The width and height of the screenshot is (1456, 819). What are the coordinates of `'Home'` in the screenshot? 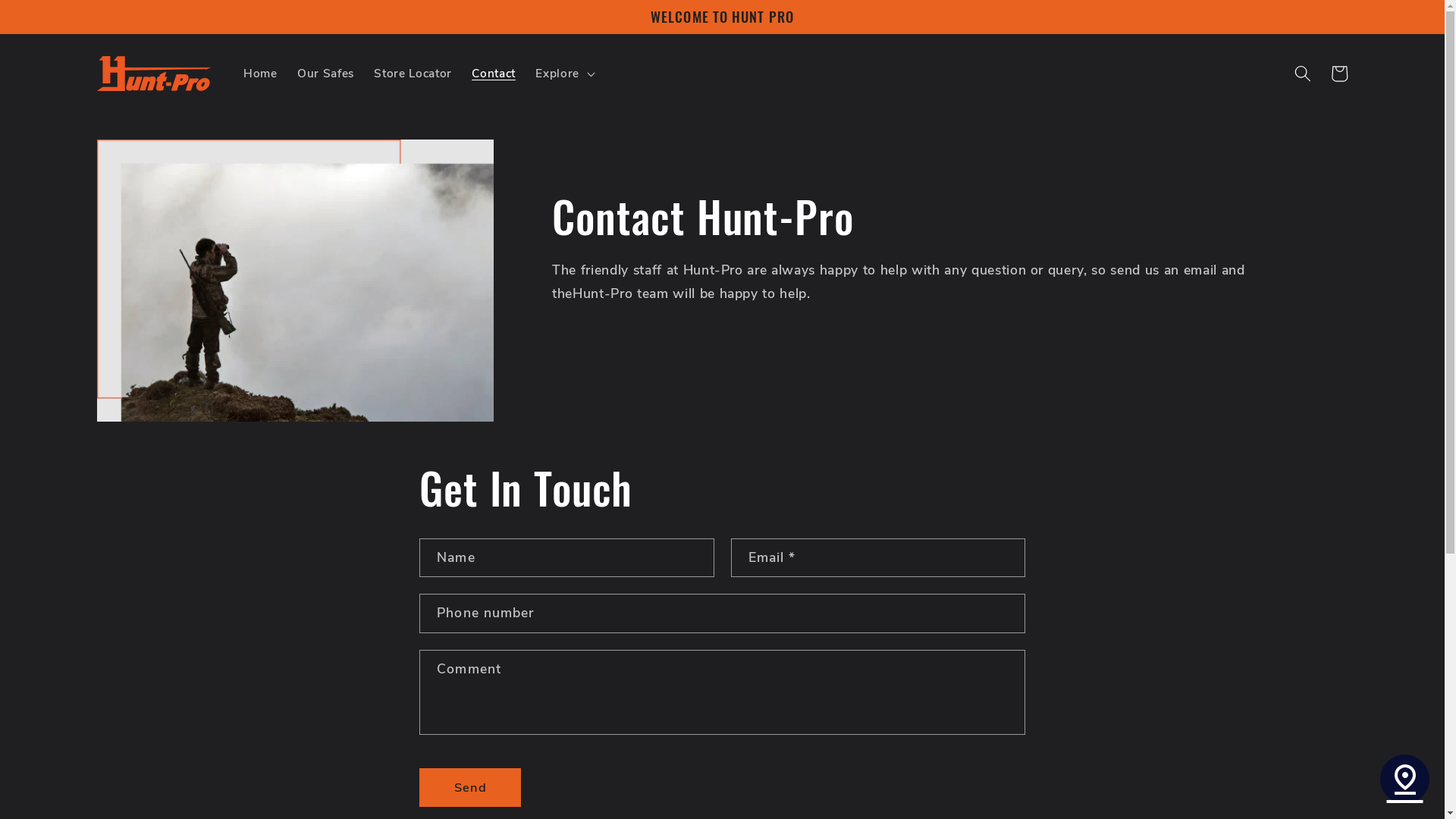 It's located at (260, 73).